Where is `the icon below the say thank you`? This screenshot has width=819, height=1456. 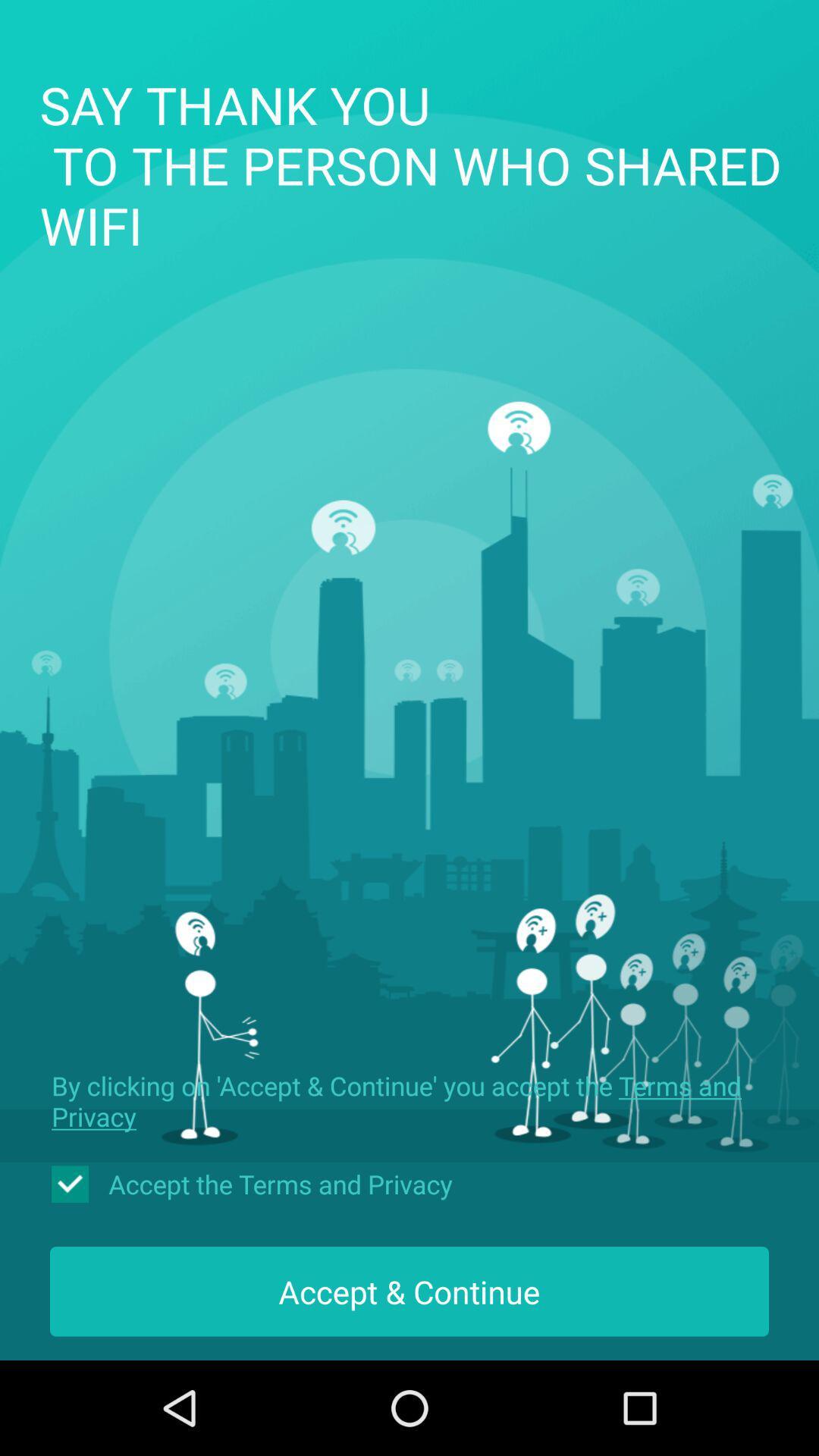
the icon below the say thank you is located at coordinates (409, 1100).